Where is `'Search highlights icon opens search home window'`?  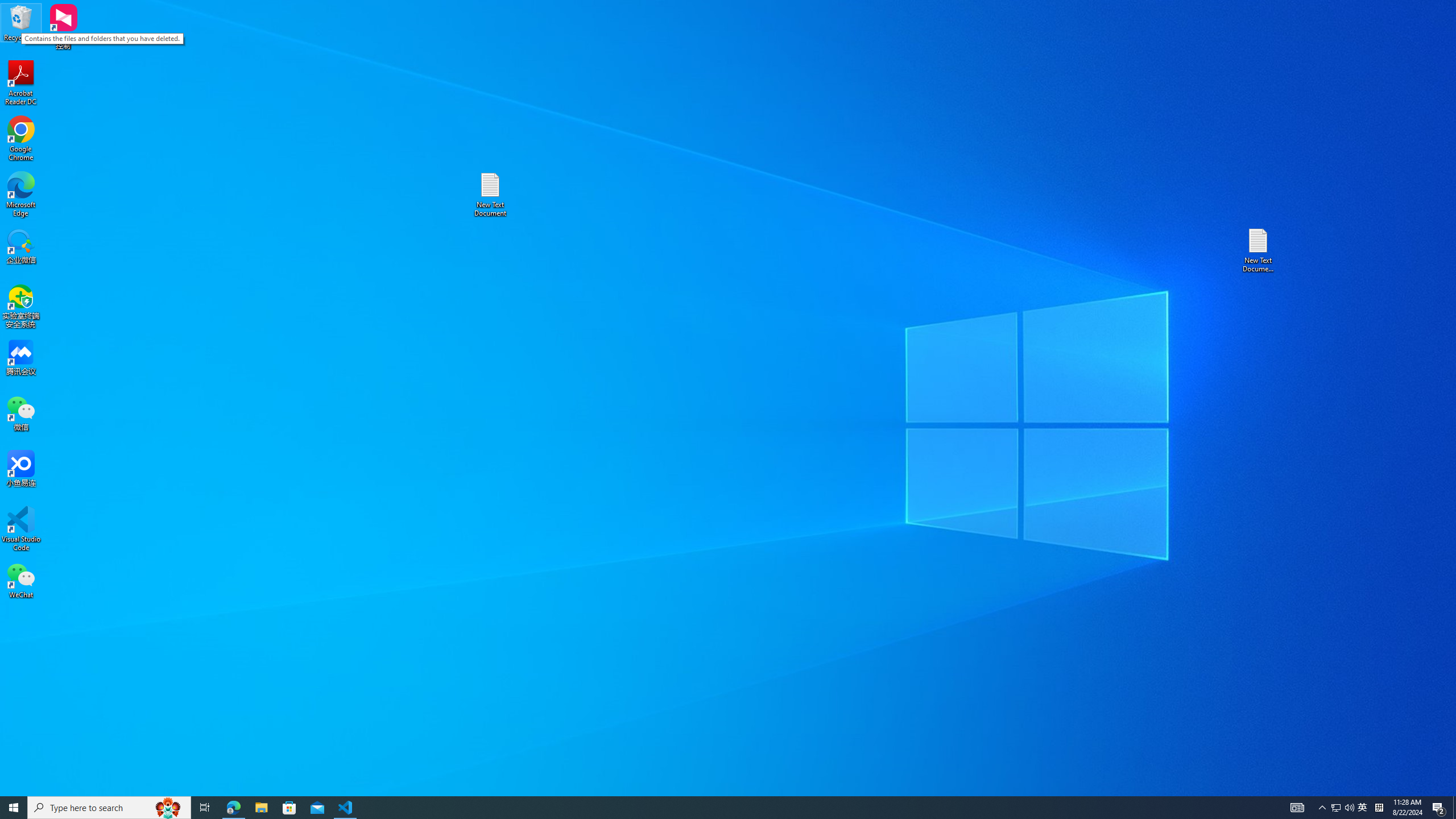
'Search highlights icon opens search home window' is located at coordinates (167, 806).